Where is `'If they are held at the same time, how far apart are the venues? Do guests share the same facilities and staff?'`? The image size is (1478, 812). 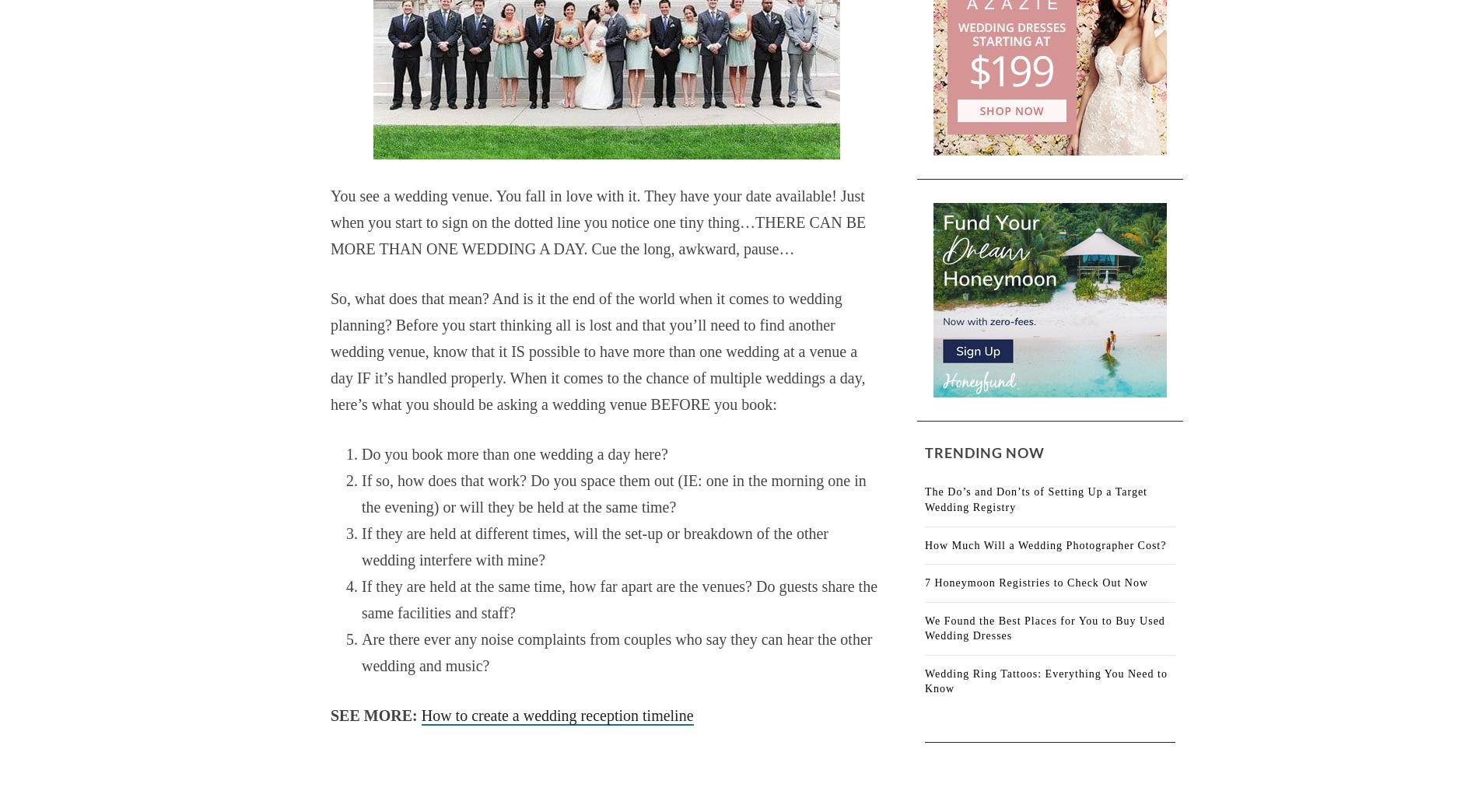 'If they are held at the same time, how far apart are the venues? Do guests share the same facilities and staff?' is located at coordinates (618, 599).